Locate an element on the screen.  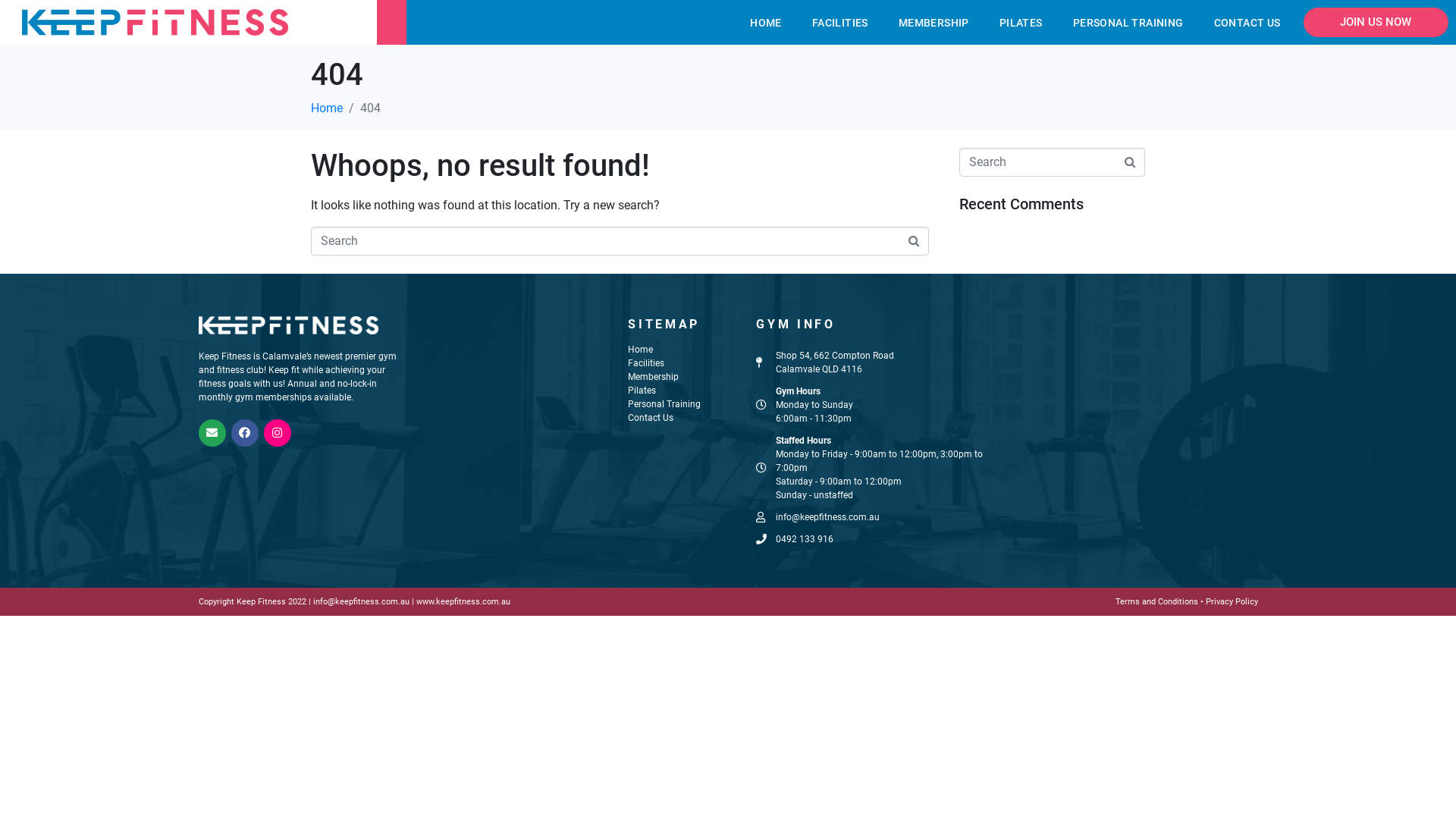
'Terms and Conditions' is located at coordinates (1156, 601).